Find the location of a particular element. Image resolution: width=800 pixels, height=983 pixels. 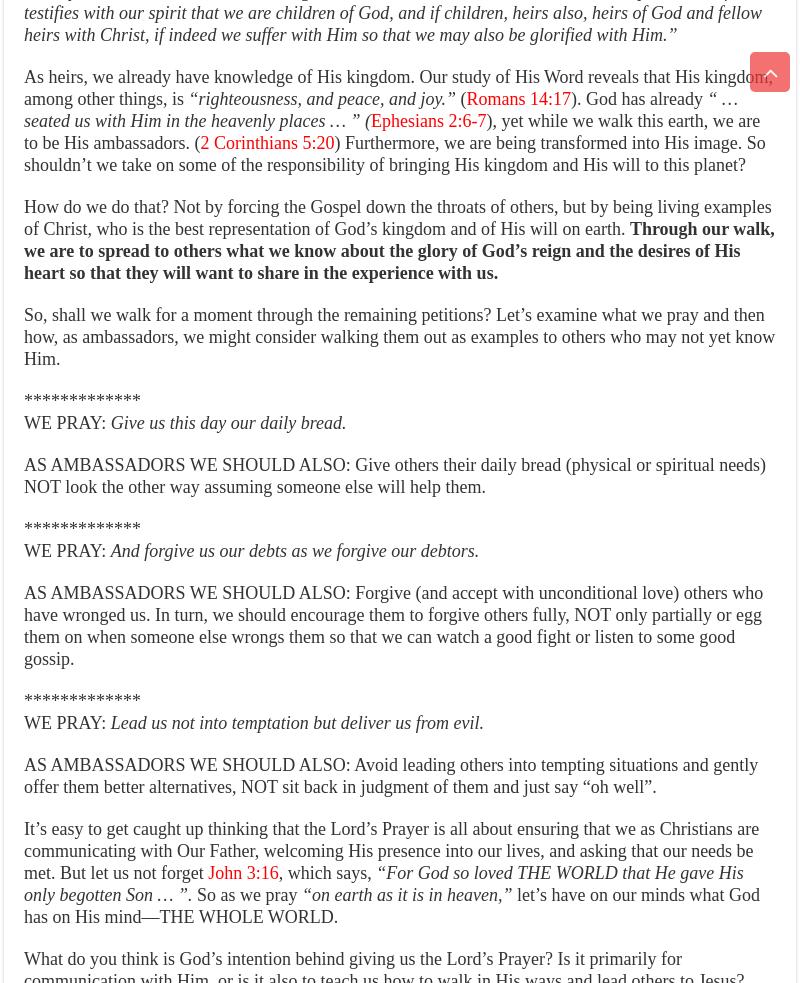

'Lead us not into temptation but deliver us from evil.' is located at coordinates (296, 721).